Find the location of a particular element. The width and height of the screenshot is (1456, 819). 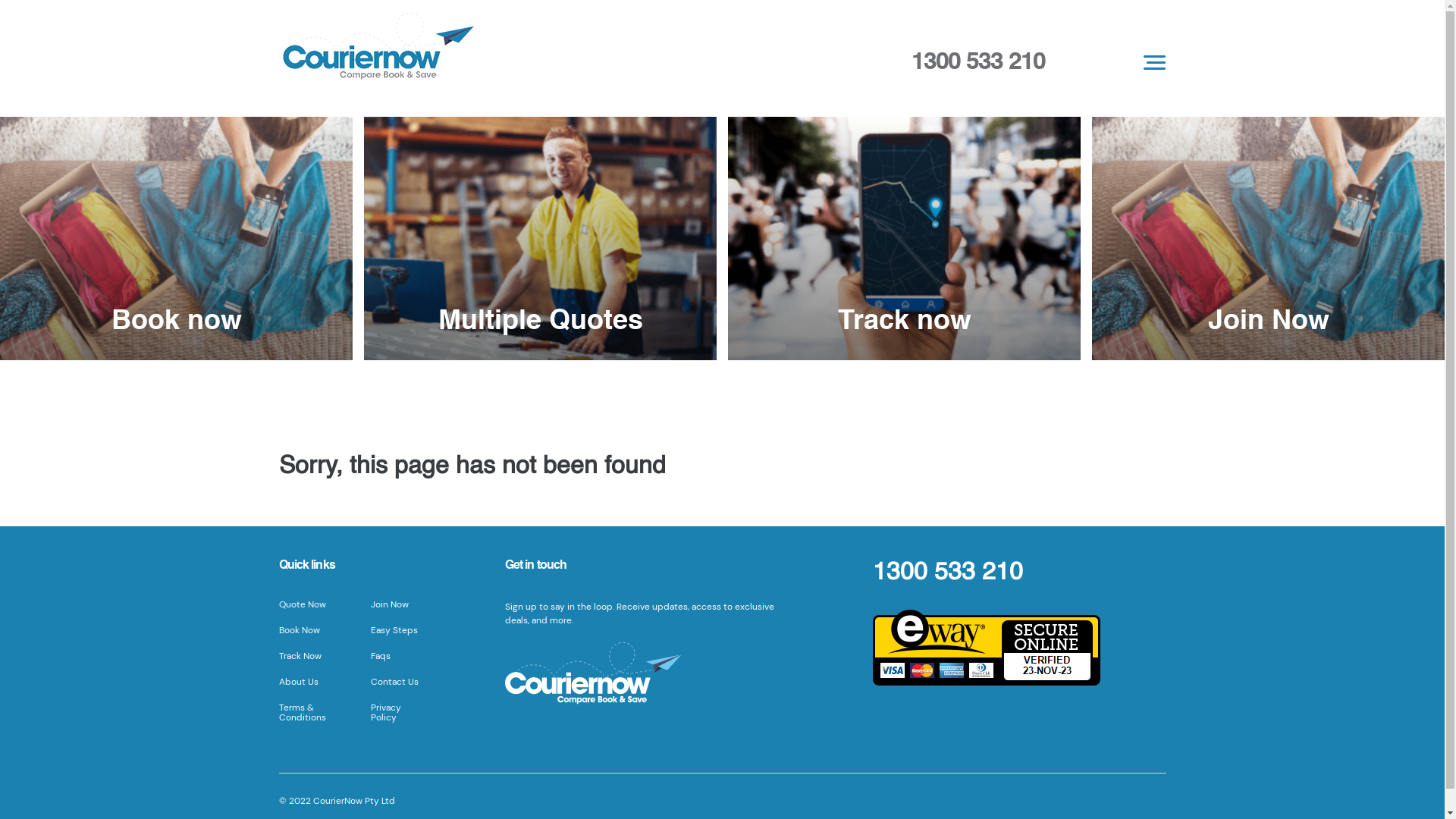

'1300 533 210' is located at coordinates (978, 61).